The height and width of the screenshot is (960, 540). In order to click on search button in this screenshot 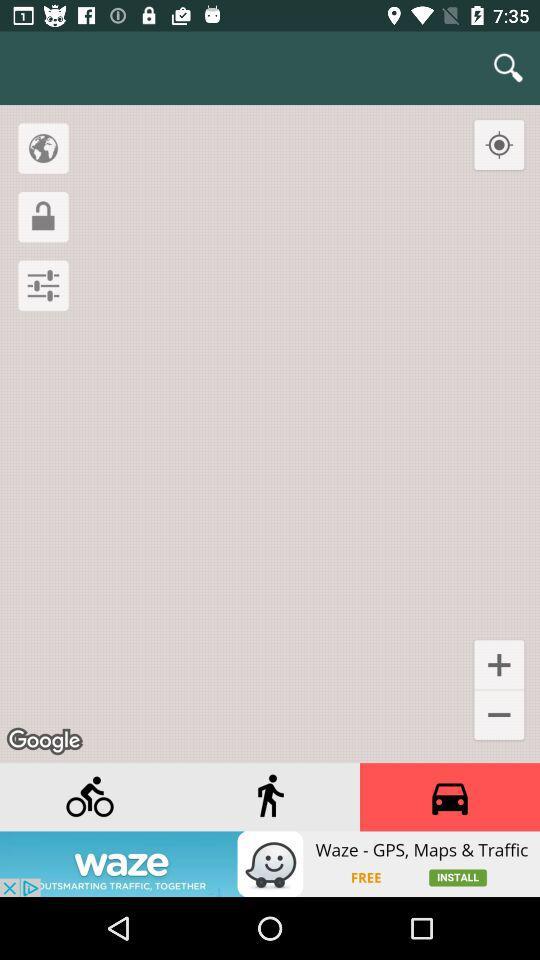, I will do `click(508, 68)`.